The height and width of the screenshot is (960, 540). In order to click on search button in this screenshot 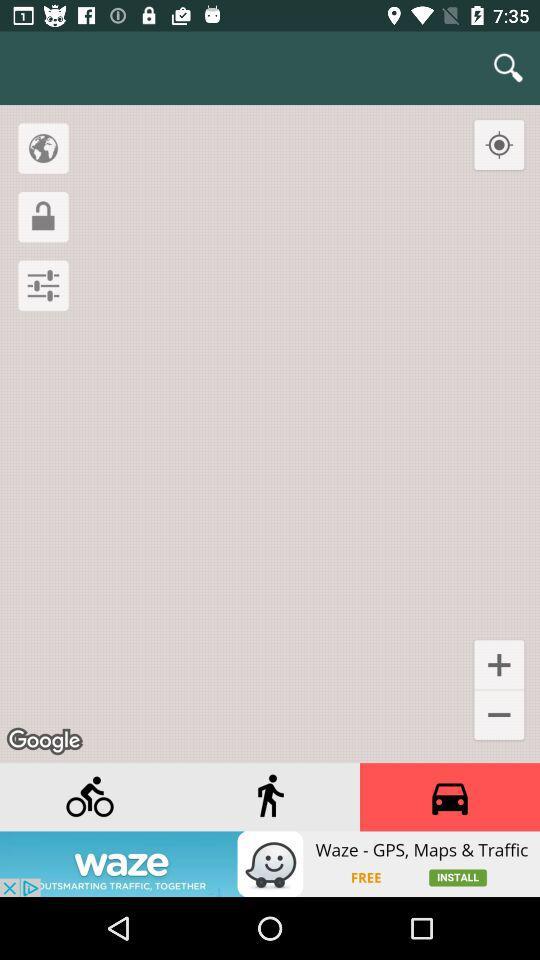, I will do `click(508, 68)`.